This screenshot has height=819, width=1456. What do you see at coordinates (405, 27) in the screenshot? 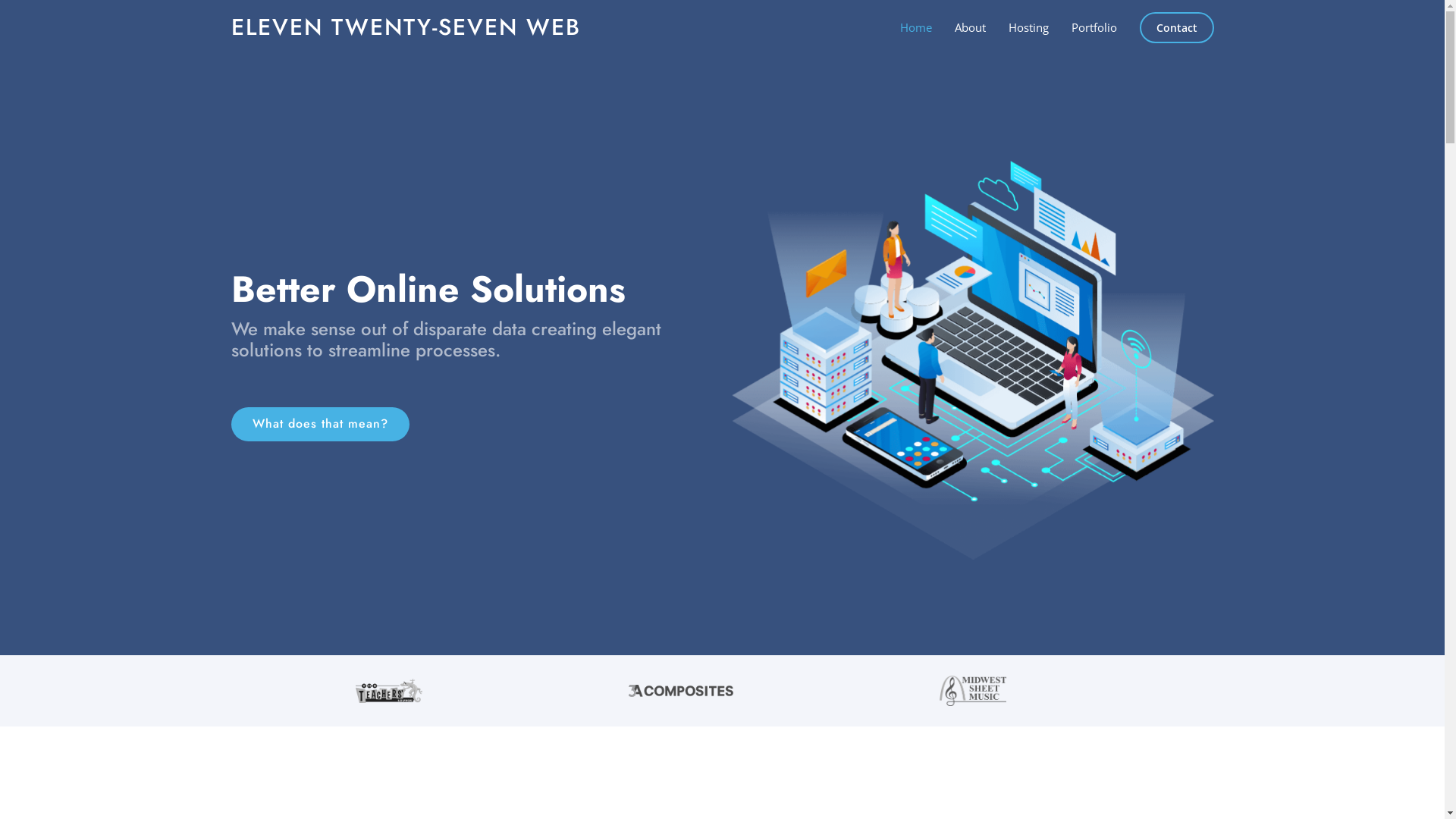
I see `'ELEVEN TWENTY-SEVEN WEB'` at bounding box center [405, 27].